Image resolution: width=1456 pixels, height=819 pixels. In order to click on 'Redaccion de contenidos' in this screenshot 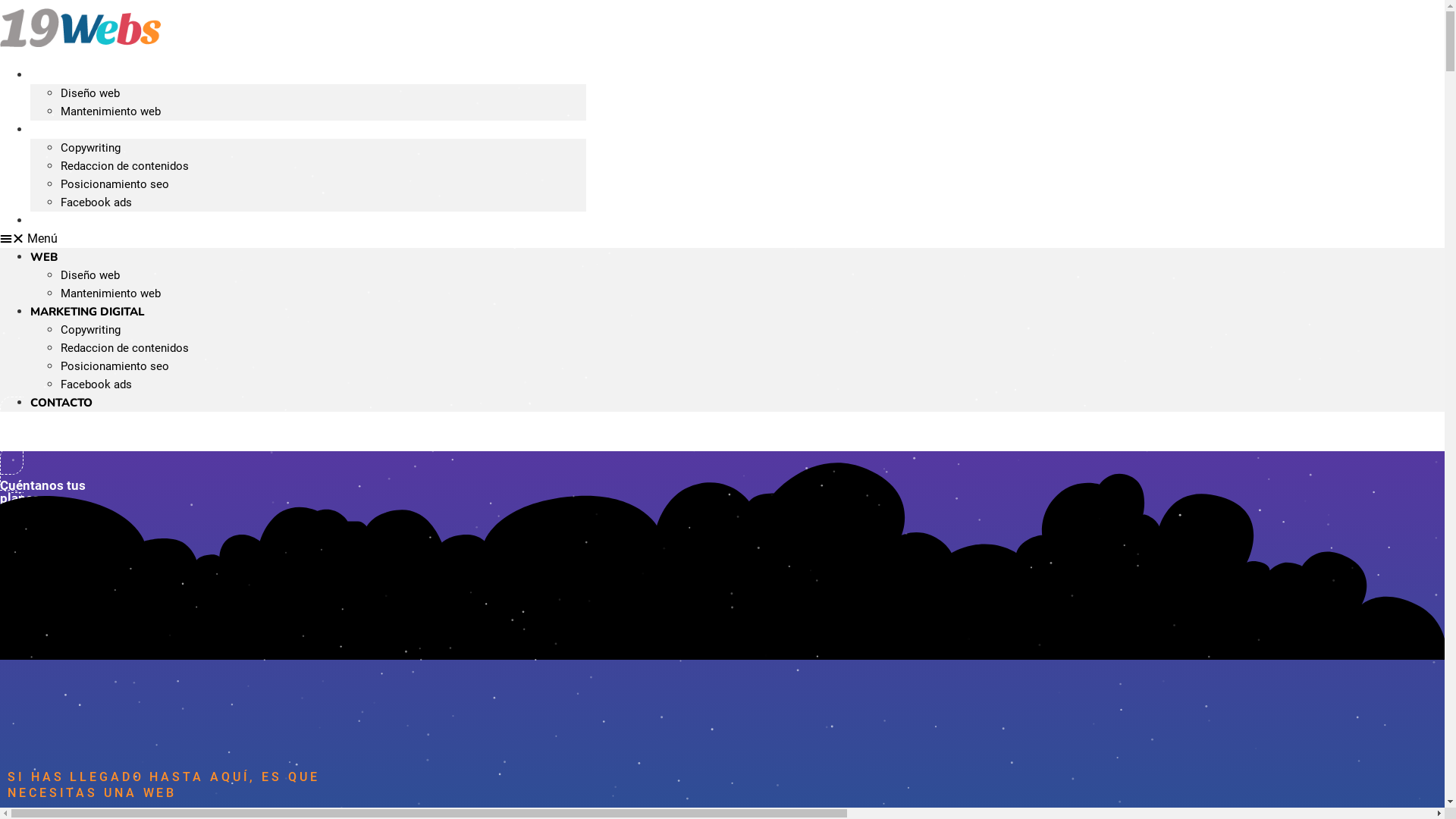, I will do `click(124, 166)`.